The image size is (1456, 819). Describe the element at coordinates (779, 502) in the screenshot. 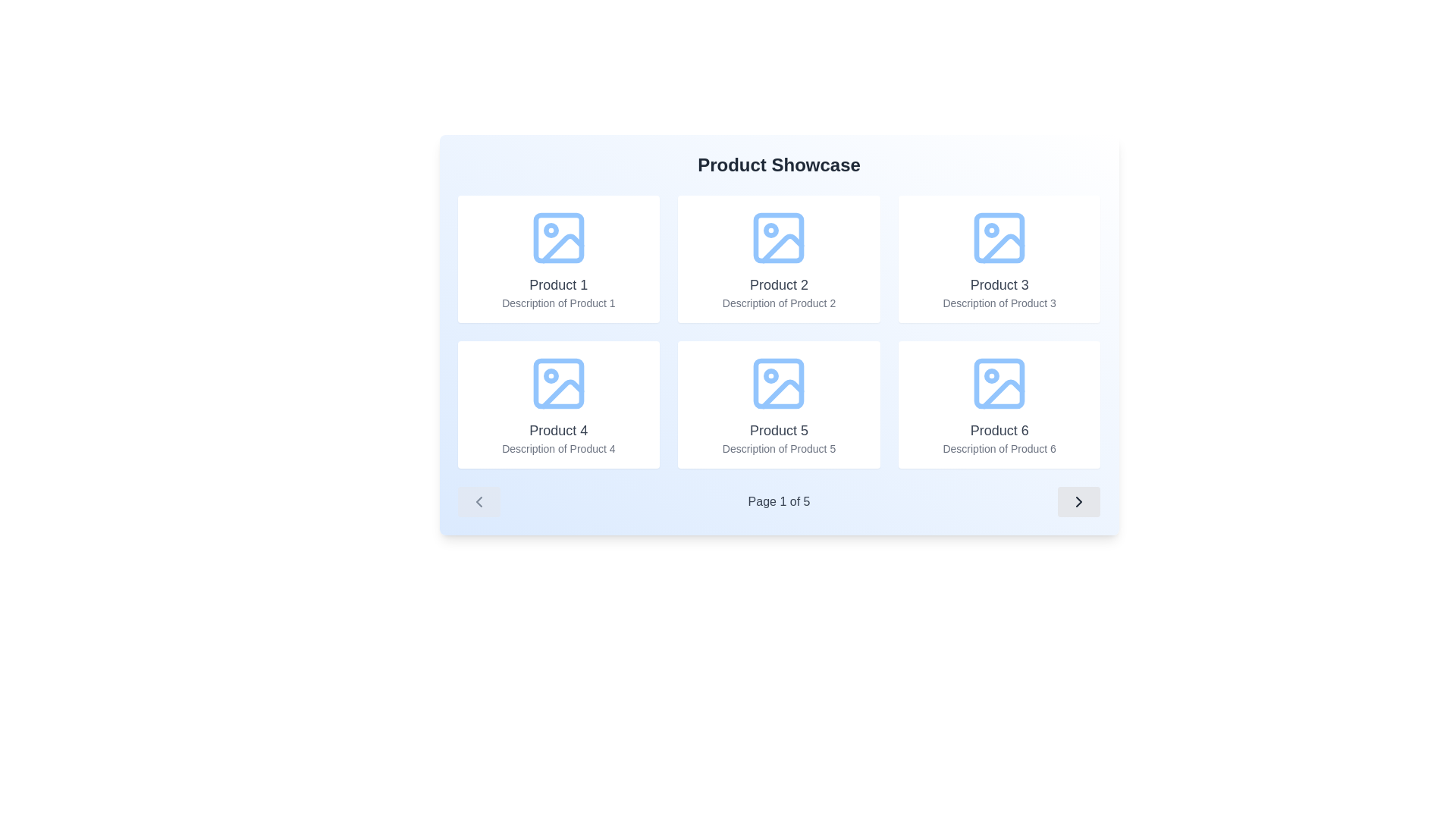

I see `the text label that displays the current page number and total number of pages, located in the middle of the bottom bar, between a disabled button and a navigation arrow symbol` at that location.